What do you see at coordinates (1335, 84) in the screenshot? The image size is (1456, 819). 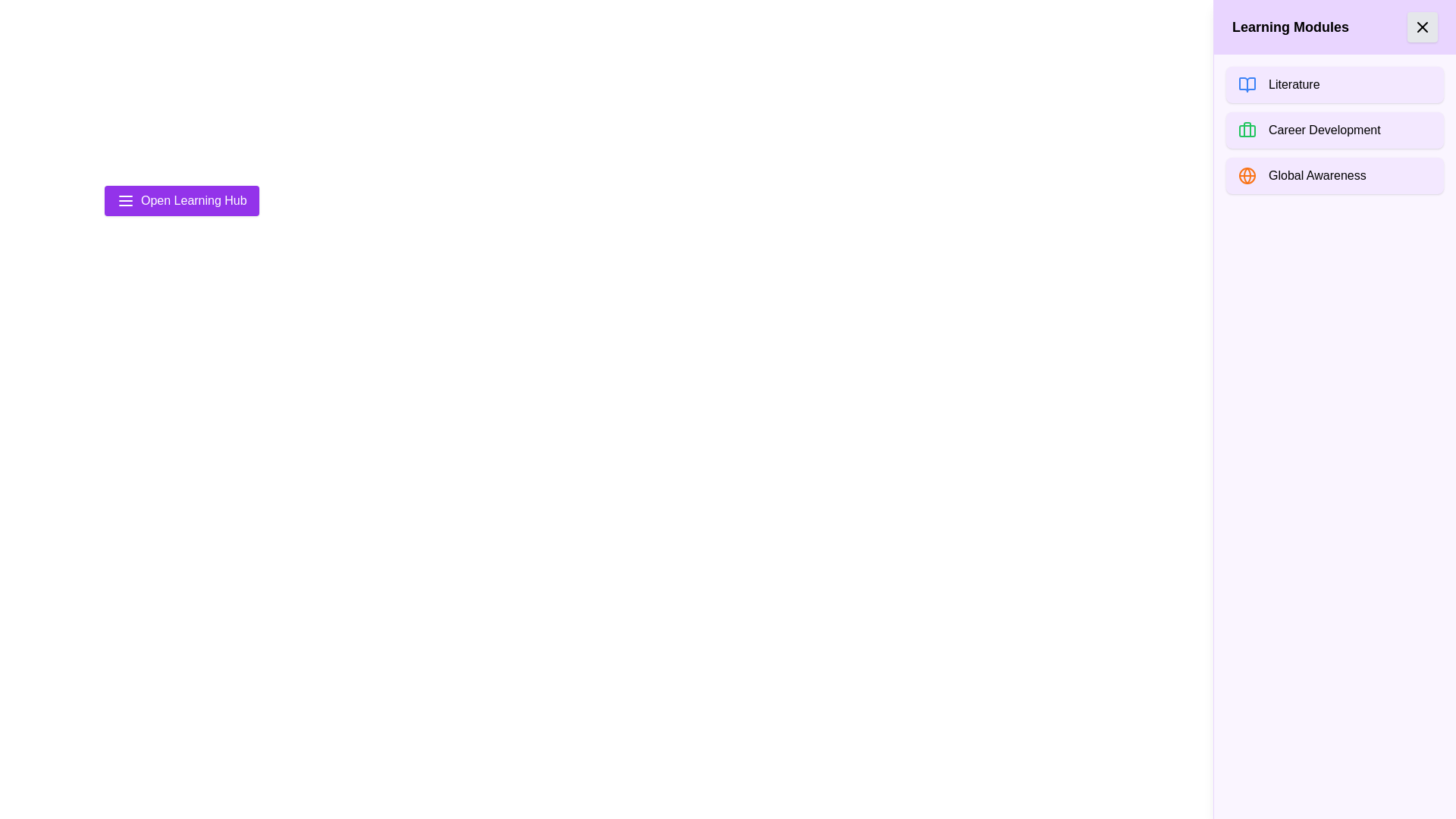 I see `the 'Literature' module to select it` at bounding box center [1335, 84].